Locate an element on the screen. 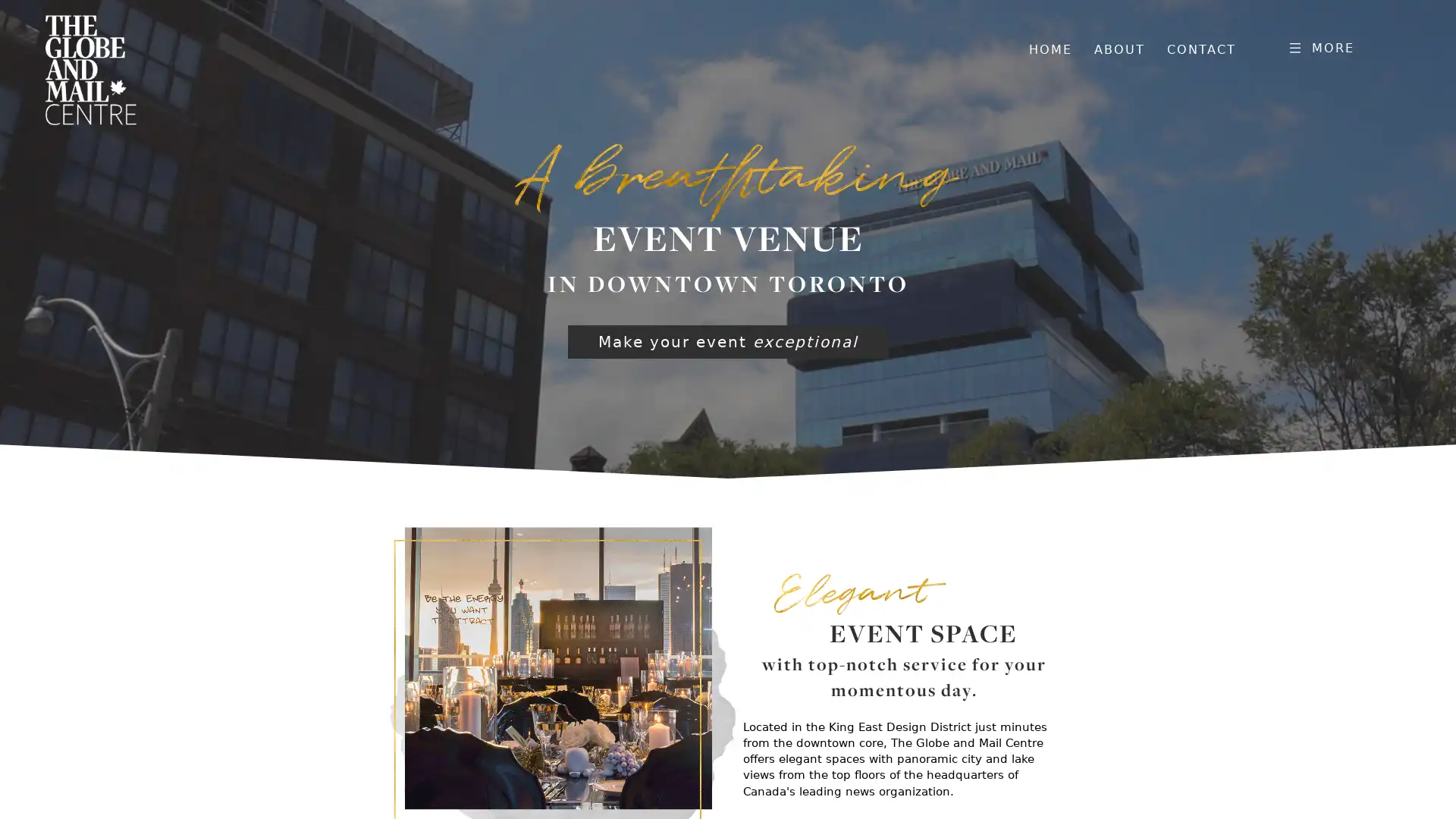  more is located at coordinates (1319, 45).